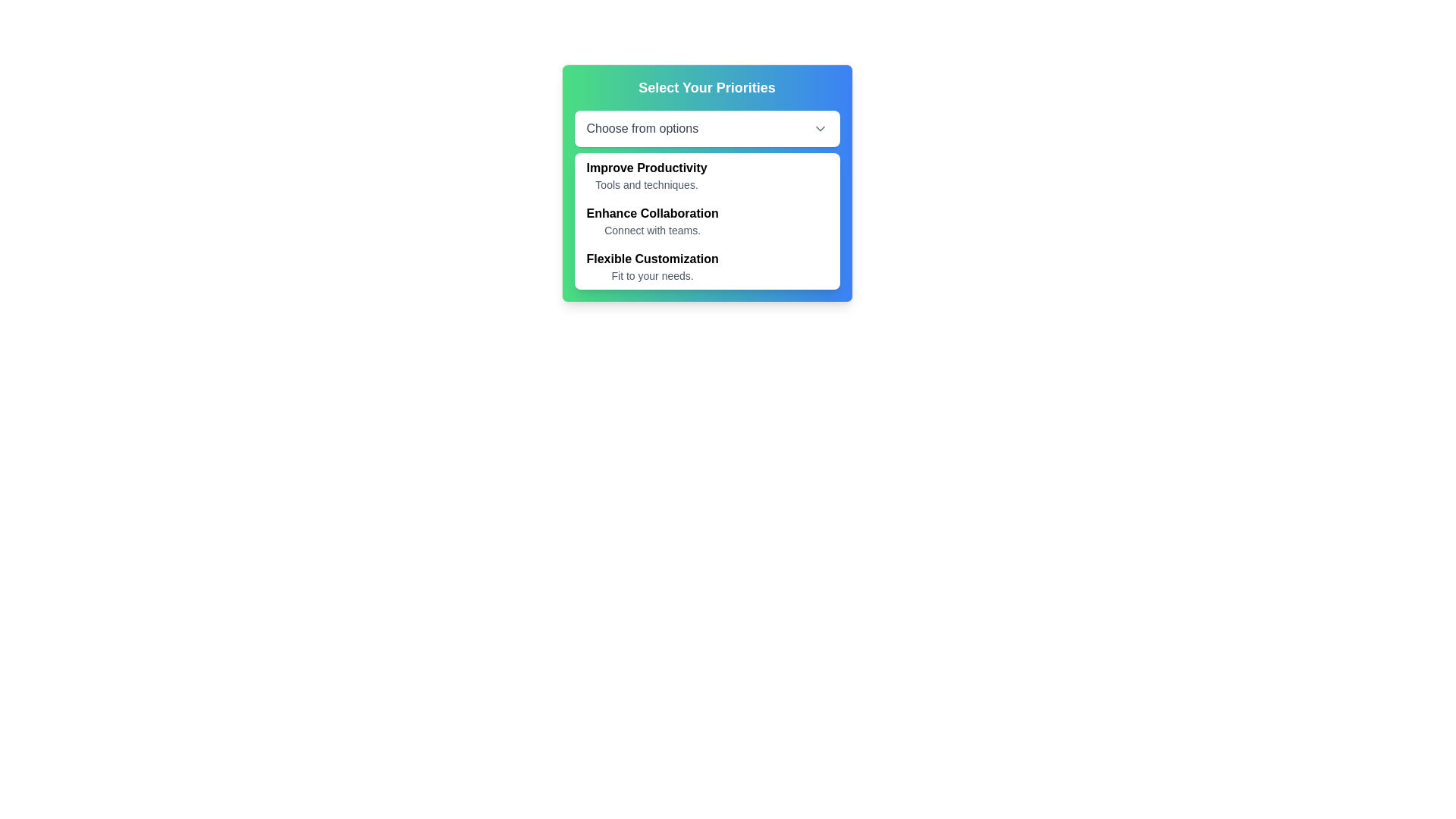 This screenshot has width=1456, height=819. I want to click on the first item in the list titled 'Improve Productivity', so click(706, 174).